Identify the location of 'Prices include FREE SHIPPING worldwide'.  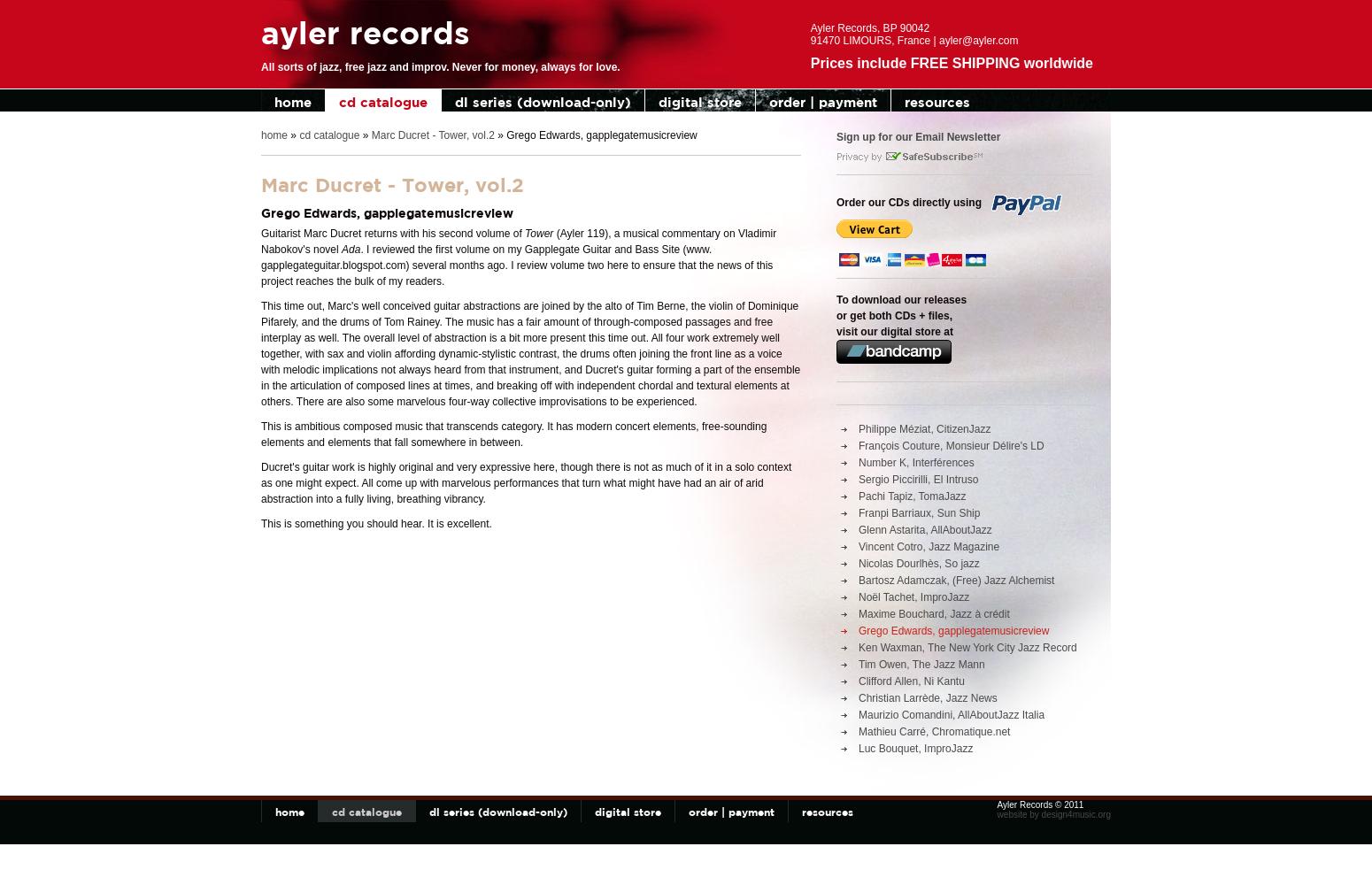
(951, 62).